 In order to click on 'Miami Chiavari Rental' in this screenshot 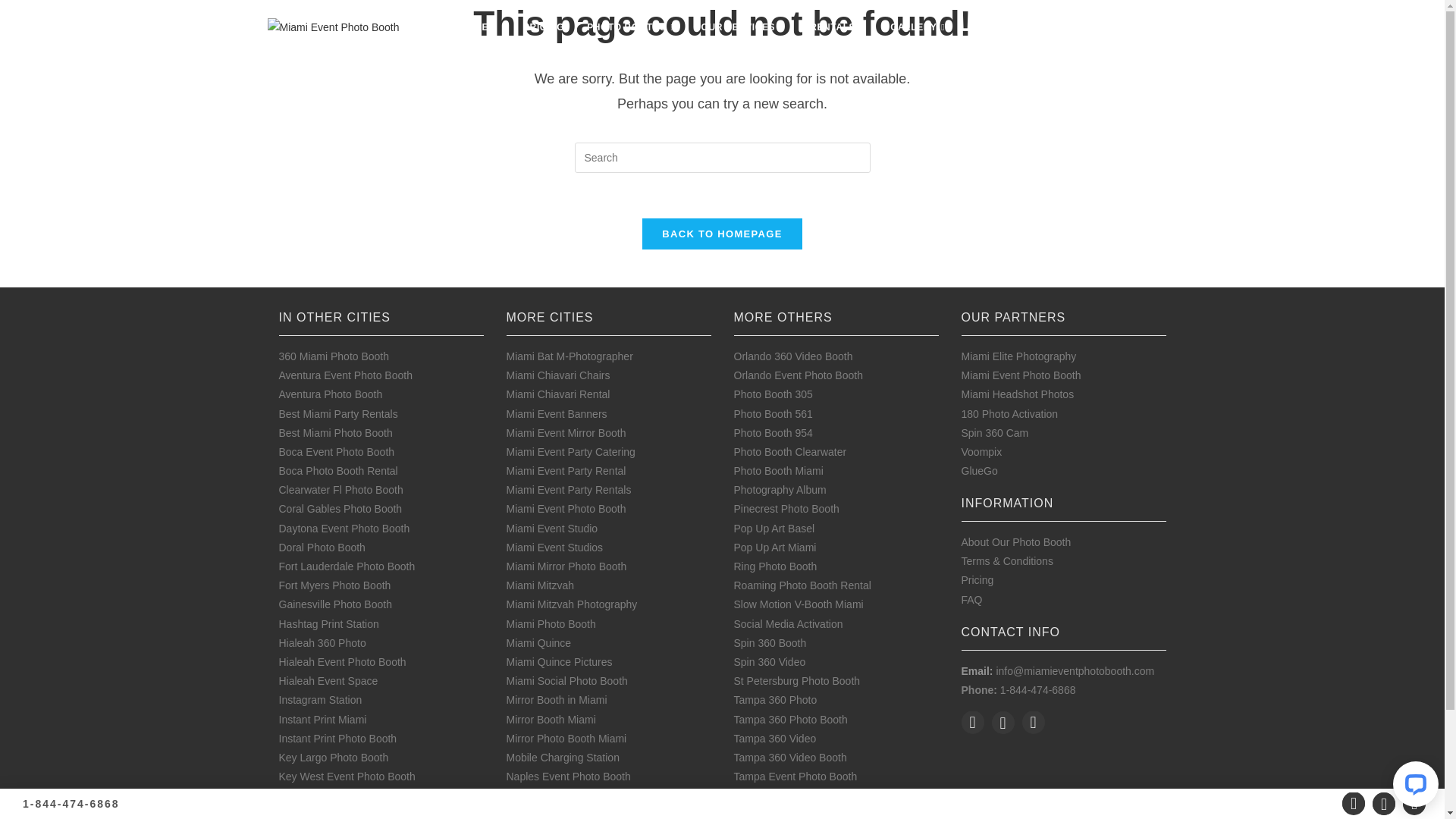, I will do `click(557, 394)`.